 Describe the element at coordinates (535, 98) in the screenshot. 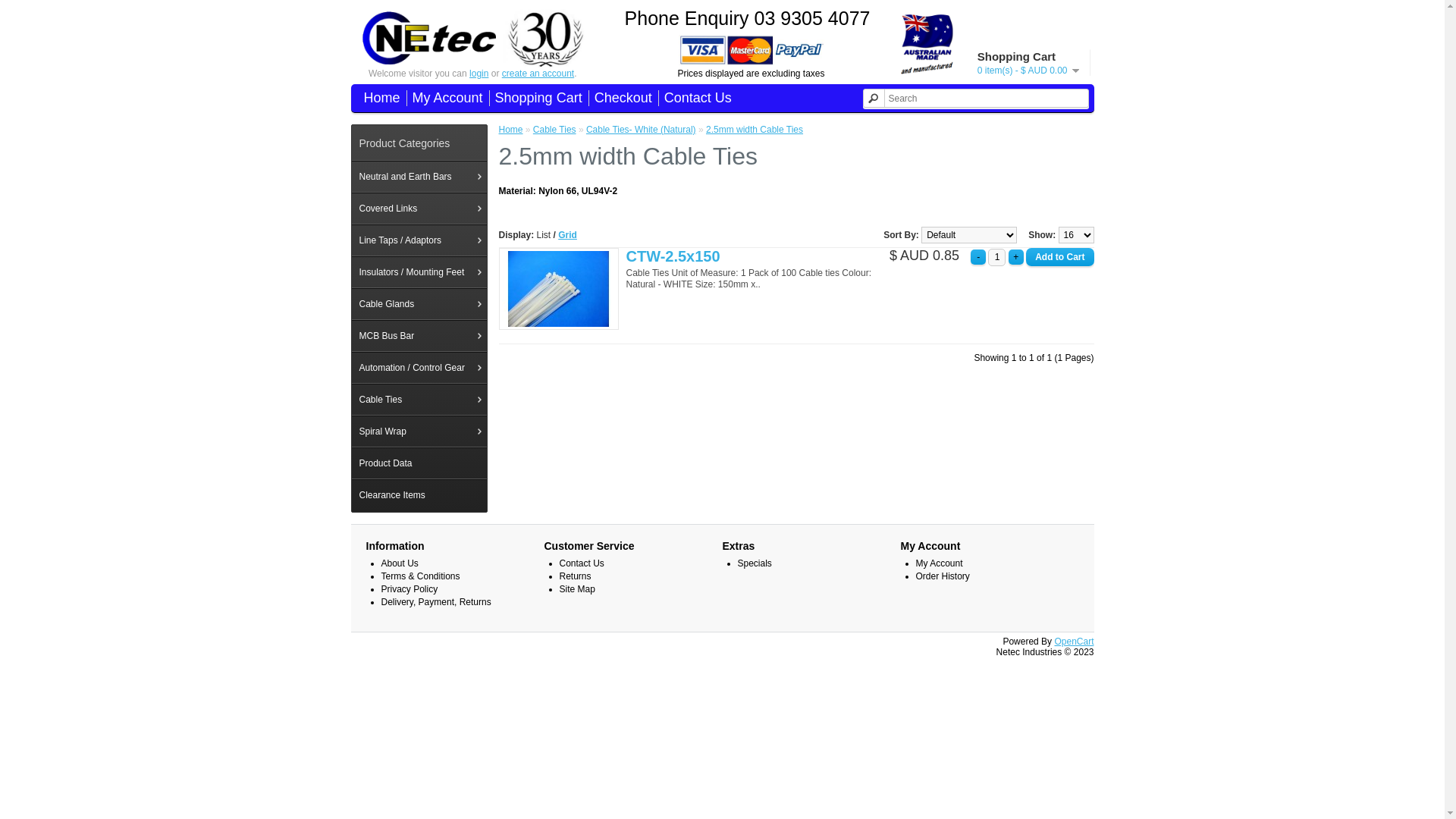

I see `'Shopping Cart'` at that location.